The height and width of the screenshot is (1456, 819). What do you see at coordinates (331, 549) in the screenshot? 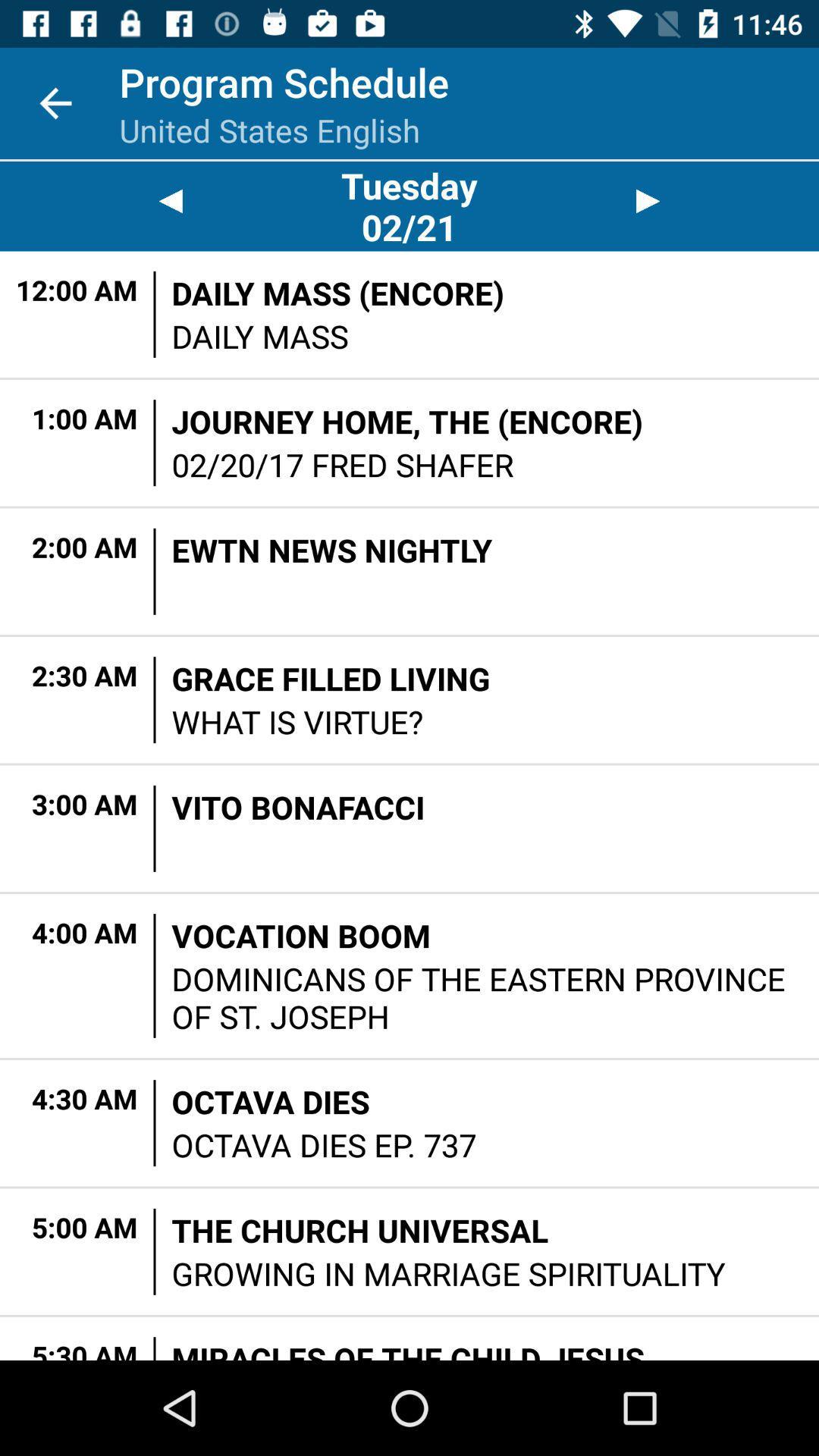
I see `the ewtn news nightly` at bounding box center [331, 549].